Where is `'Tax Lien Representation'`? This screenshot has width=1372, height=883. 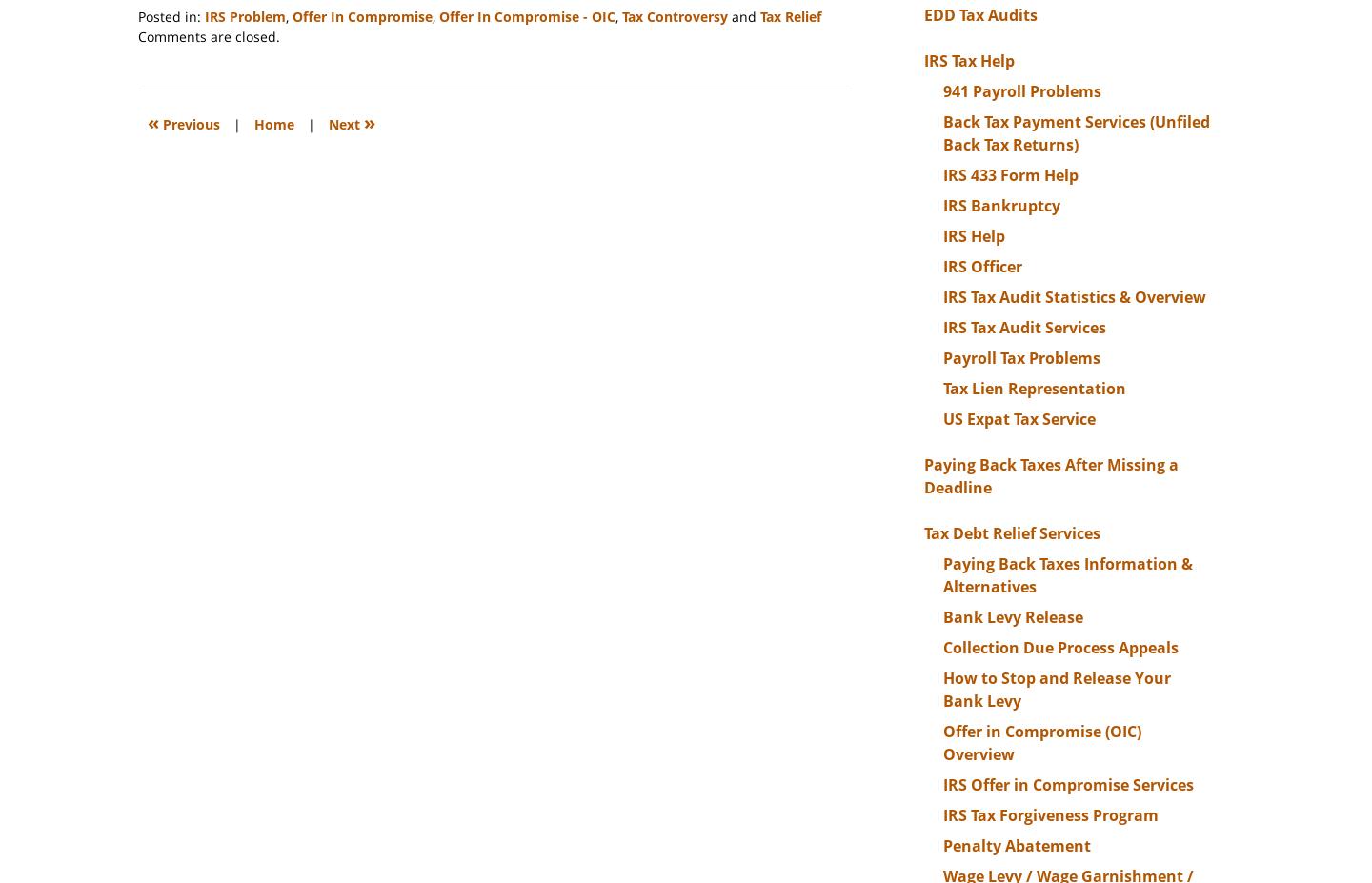
'Tax Lien Representation' is located at coordinates (1034, 387).